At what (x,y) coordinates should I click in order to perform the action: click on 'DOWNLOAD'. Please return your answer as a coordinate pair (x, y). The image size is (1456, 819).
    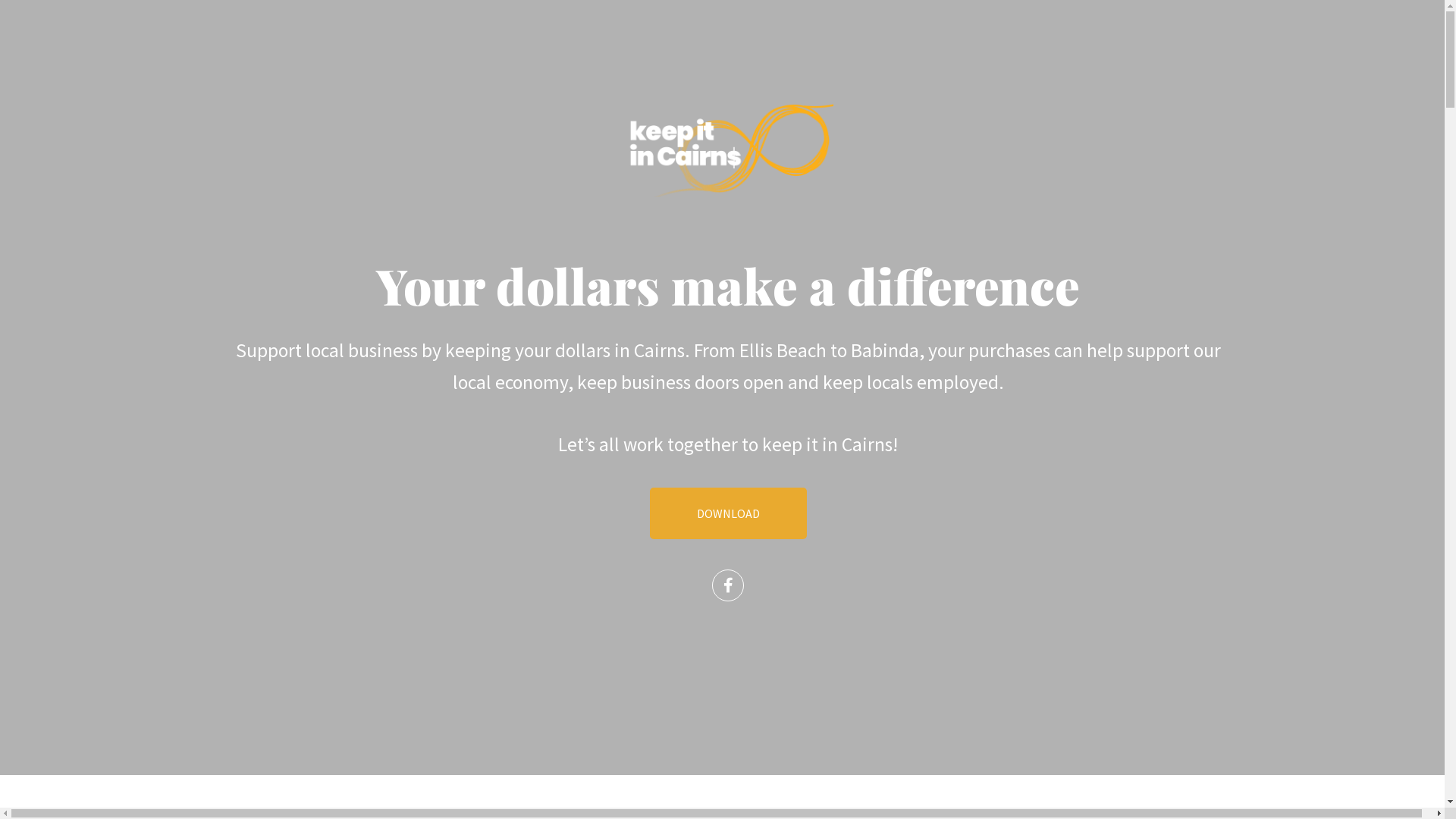
    Looking at the image, I should click on (726, 513).